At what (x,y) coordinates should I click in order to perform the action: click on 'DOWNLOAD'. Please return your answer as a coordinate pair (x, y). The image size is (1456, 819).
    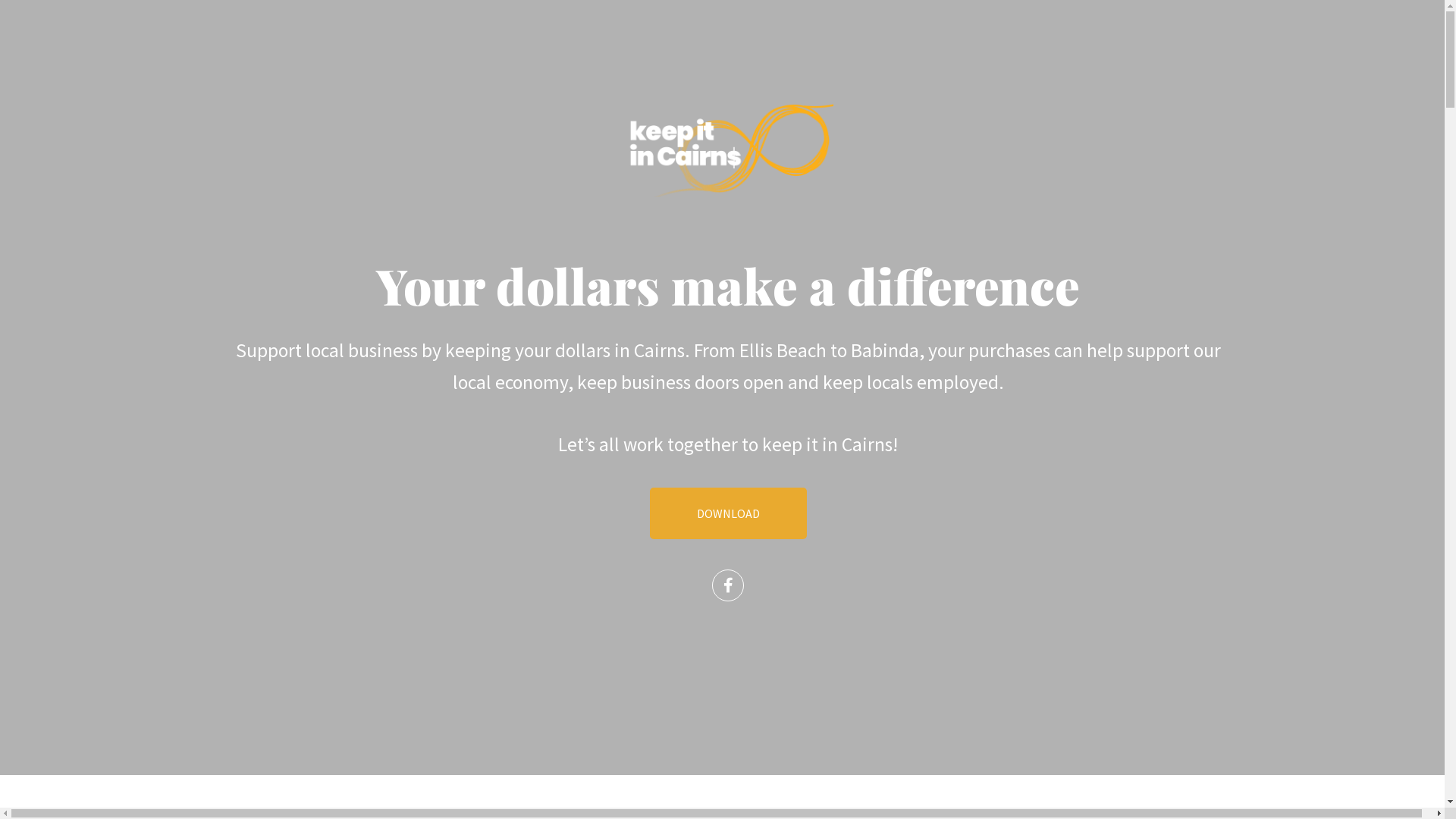
    Looking at the image, I should click on (726, 513).